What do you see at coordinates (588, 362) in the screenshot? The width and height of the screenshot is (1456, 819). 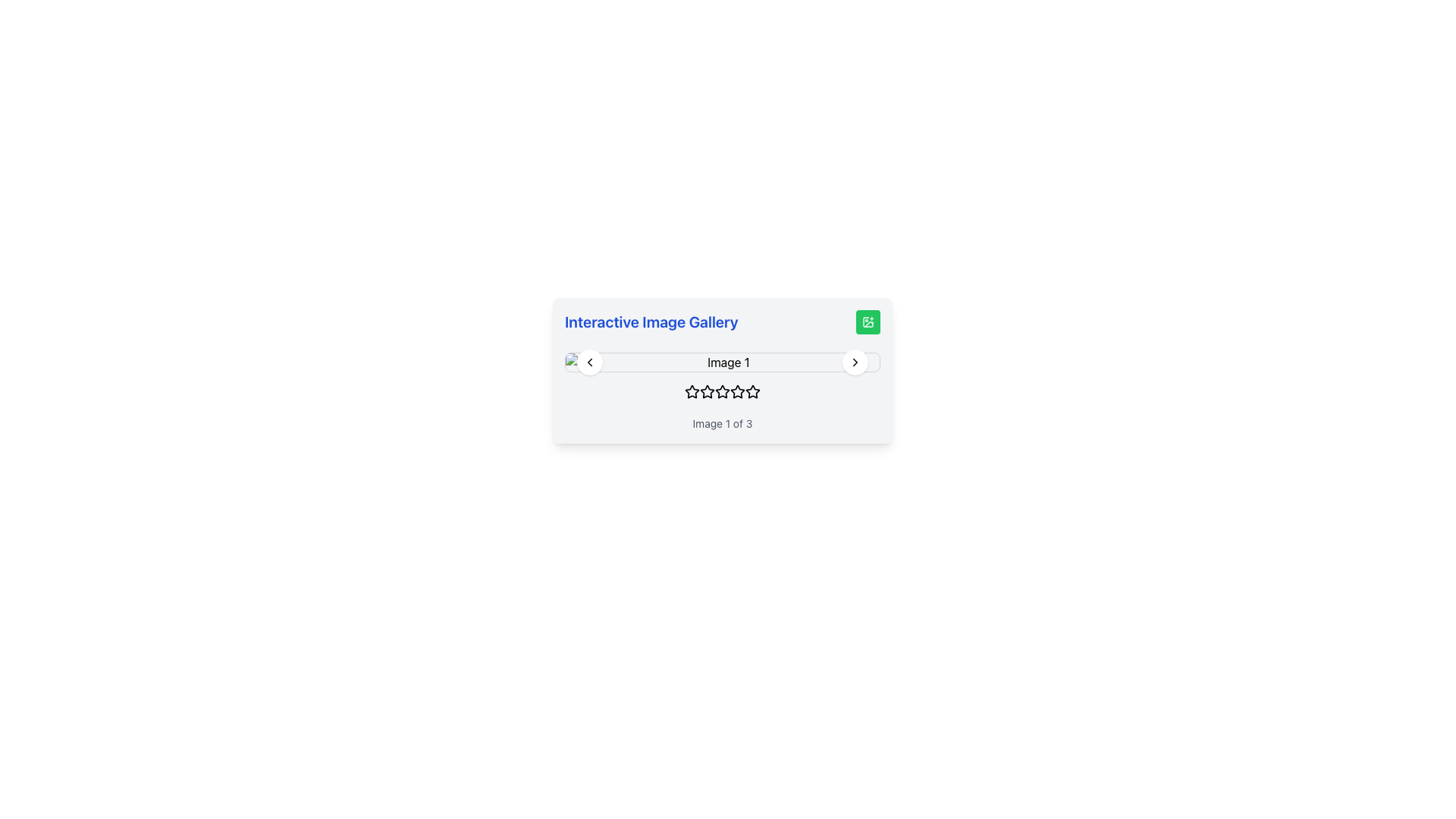 I see `the circular button with a white background and a leftward-pointing chevron icon, located on the left side of the interface adjacent to the title 'Image 1'` at bounding box center [588, 362].